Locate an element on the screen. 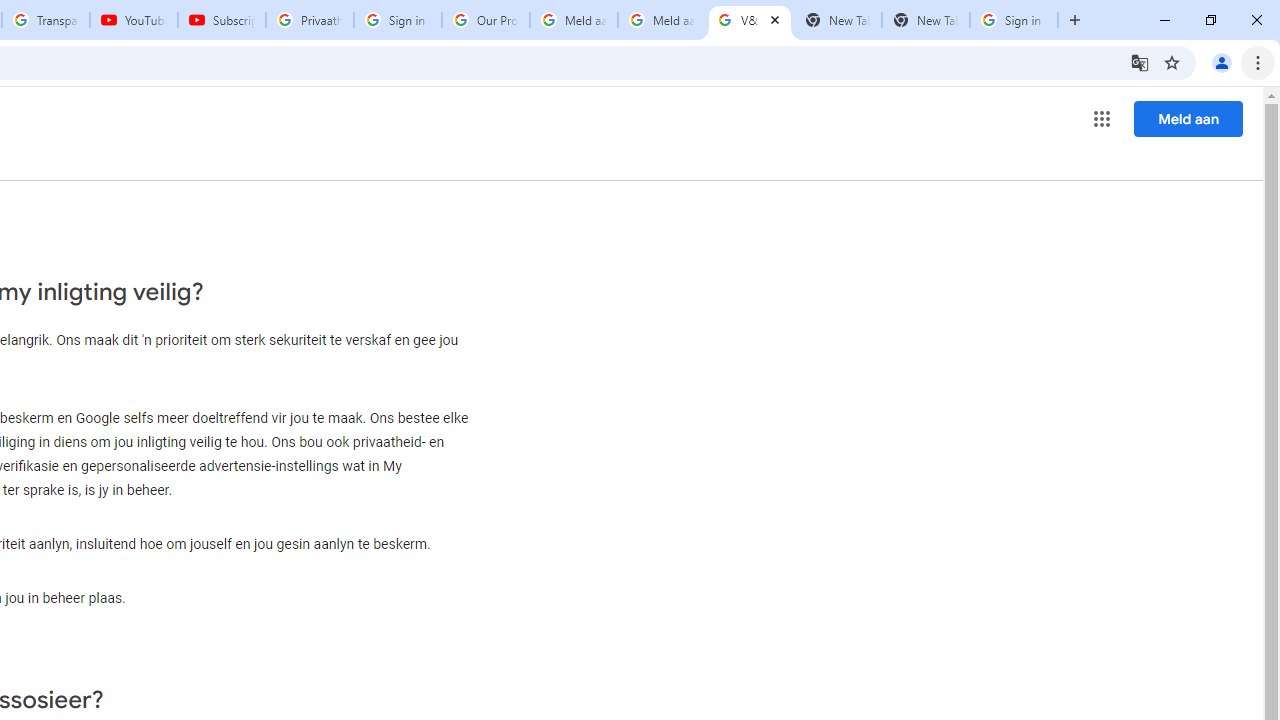  'Subscriptions - YouTube' is located at coordinates (222, 20).